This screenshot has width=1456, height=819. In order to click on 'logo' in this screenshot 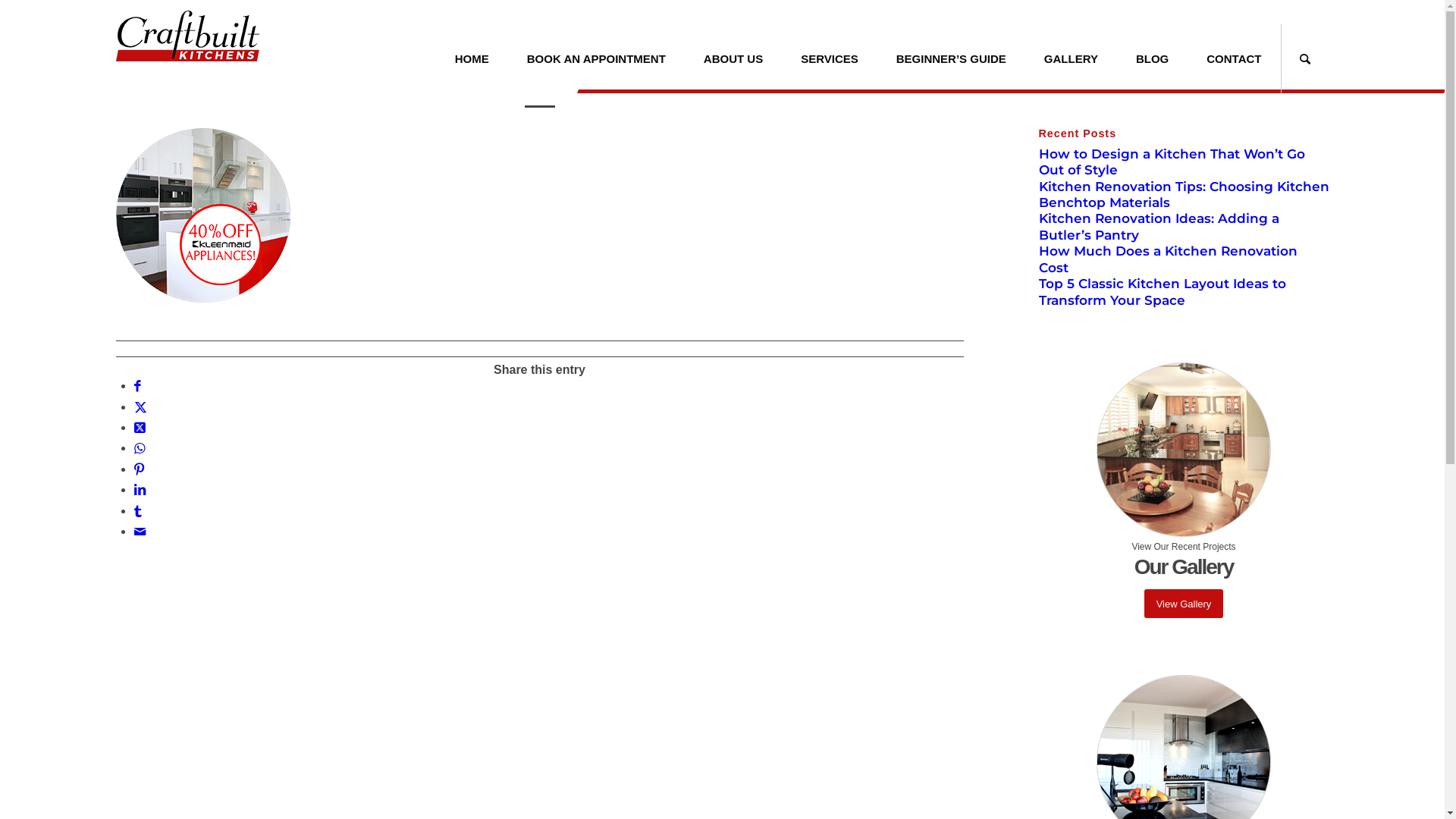, I will do `click(186, 43)`.